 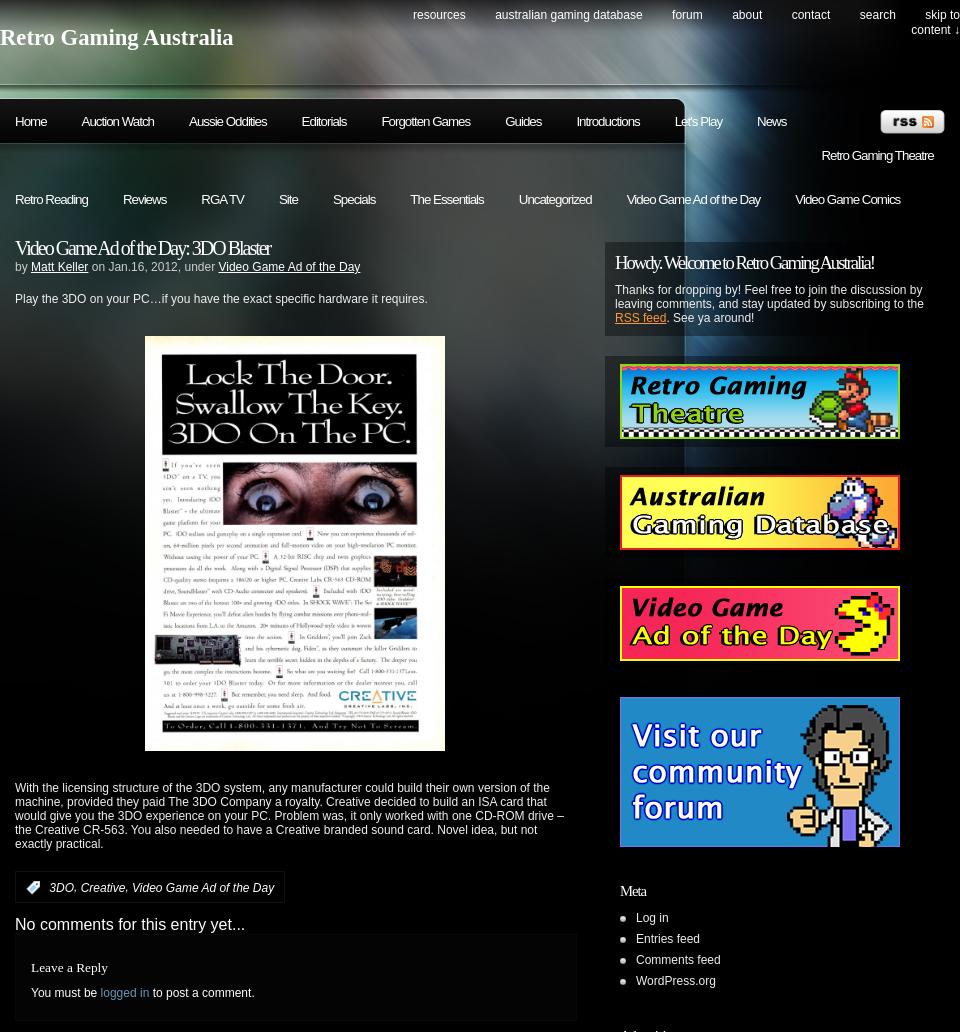 I want to click on 'Leave a Reply', so click(x=69, y=965).